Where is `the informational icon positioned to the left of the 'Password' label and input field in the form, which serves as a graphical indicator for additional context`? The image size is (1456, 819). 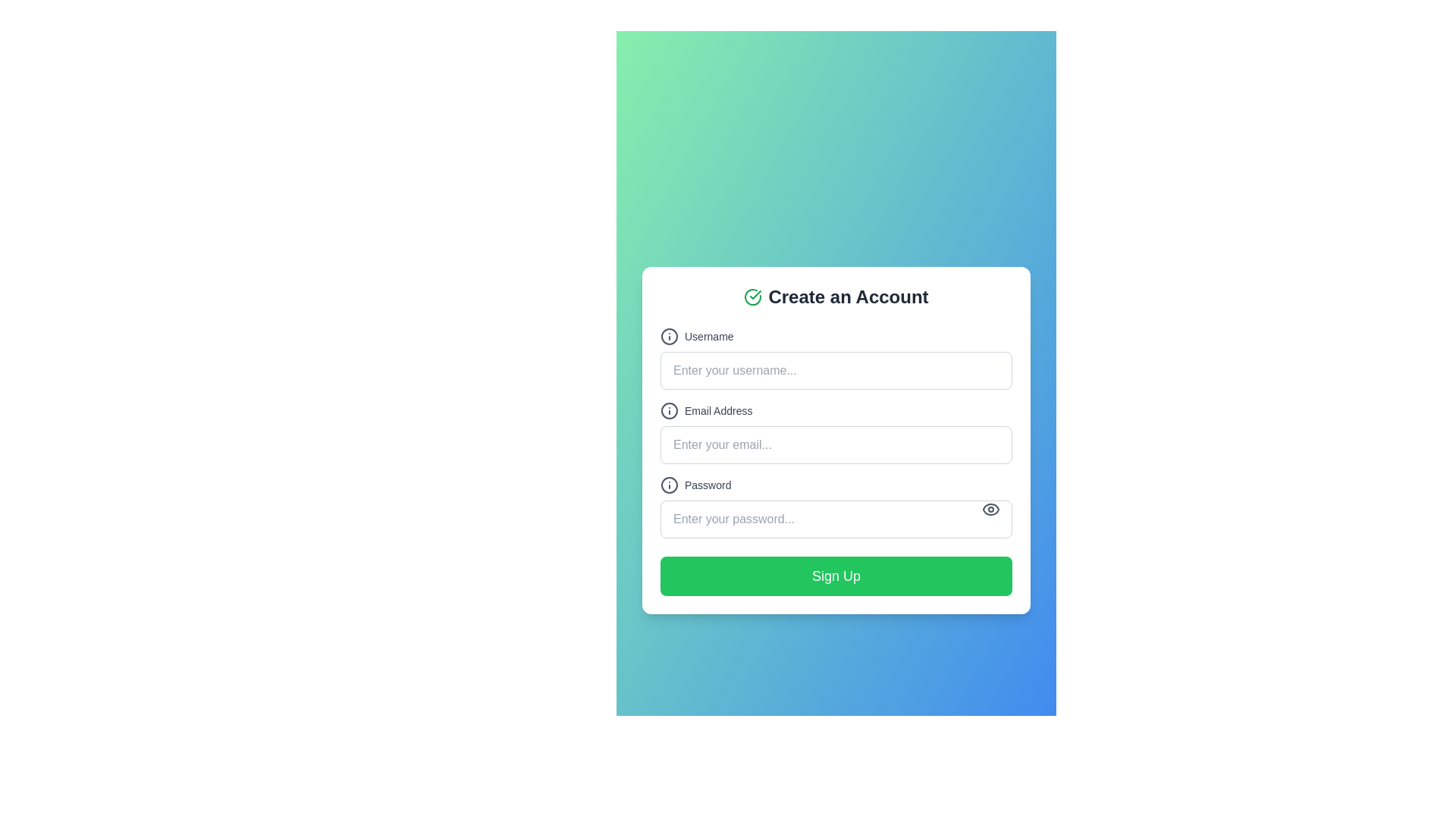
the informational icon positioned to the left of the 'Password' label and input field in the form, which serves as a graphical indicator for additional context is located at coordinates (669, 485).